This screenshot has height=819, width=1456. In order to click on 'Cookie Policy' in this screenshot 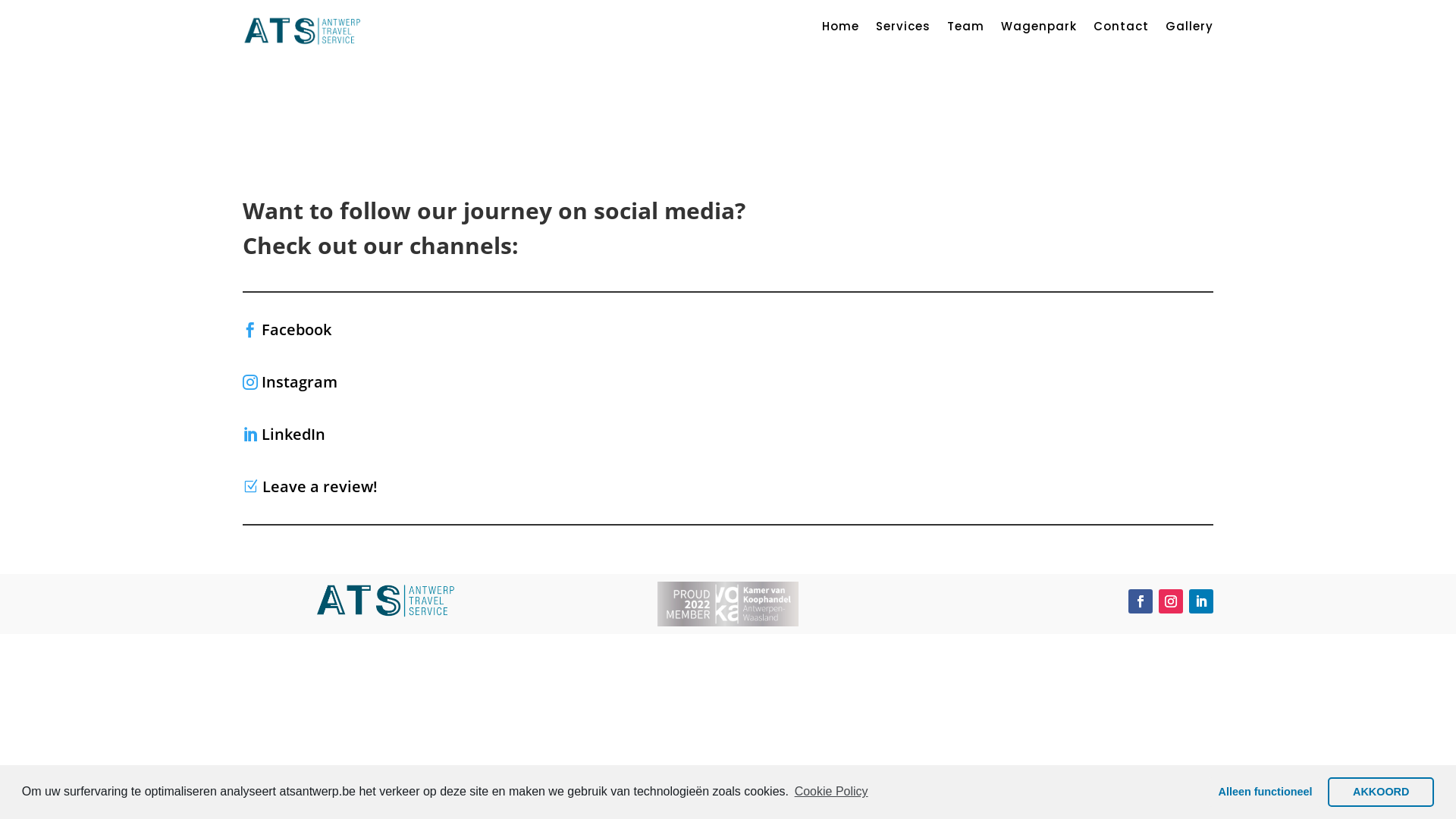, I will do `click(829, 791)`.